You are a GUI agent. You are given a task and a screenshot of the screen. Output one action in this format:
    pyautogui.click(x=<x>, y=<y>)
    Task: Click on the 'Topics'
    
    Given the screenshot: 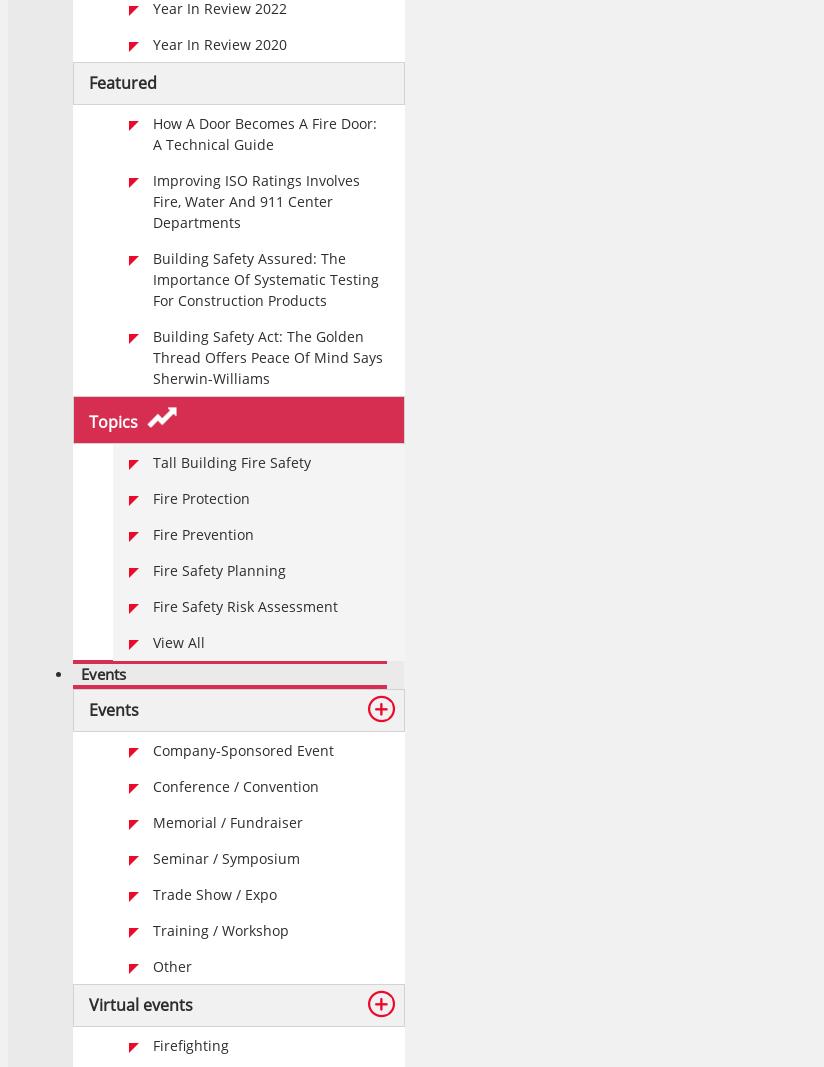 What is the action you would take?
    pyautogui.click(x=115, y=420)
    